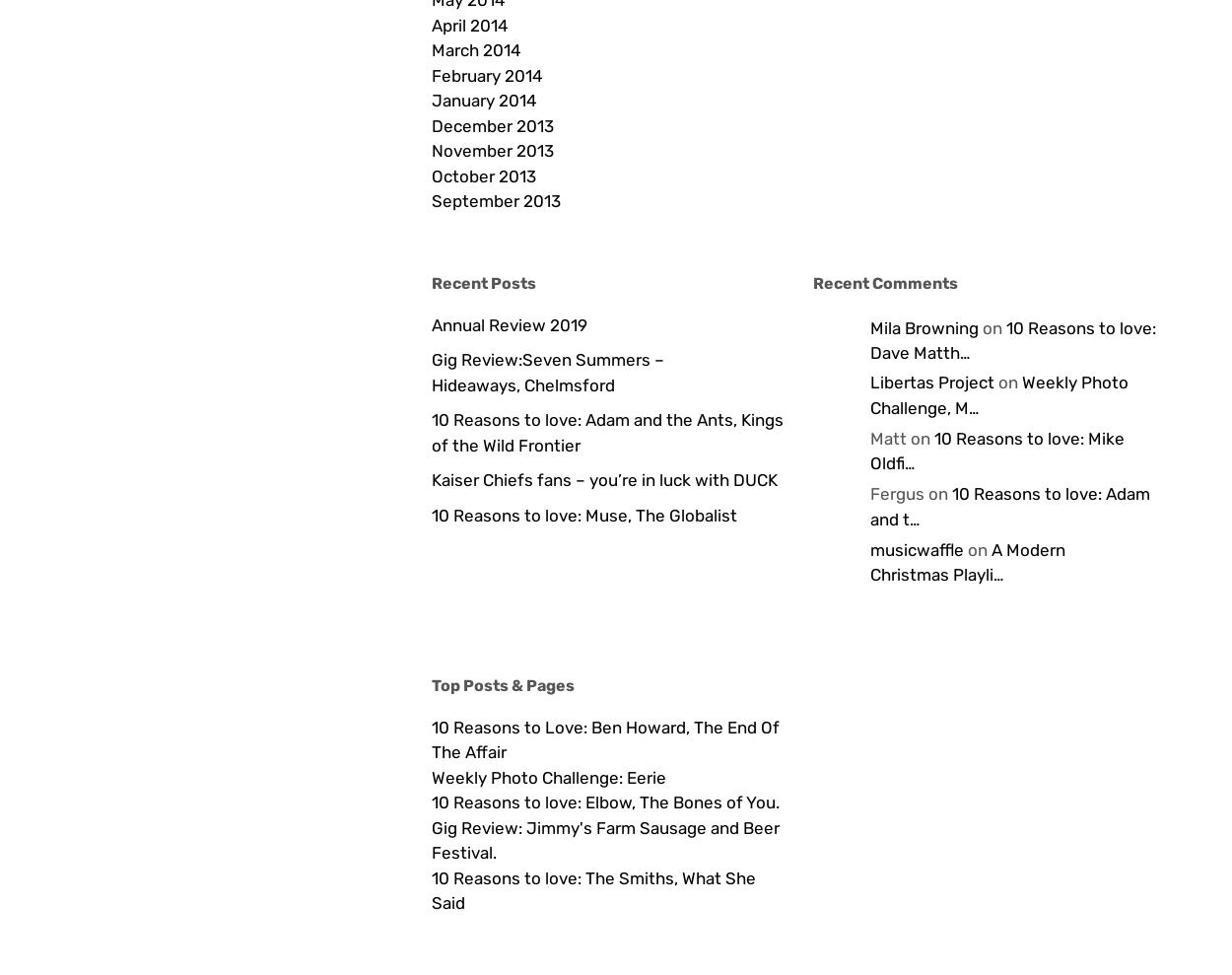  What do you see at coordinates (924, 326) in the screenshot?
I see `'Mila Browning'` at bounding box center [924, 326].